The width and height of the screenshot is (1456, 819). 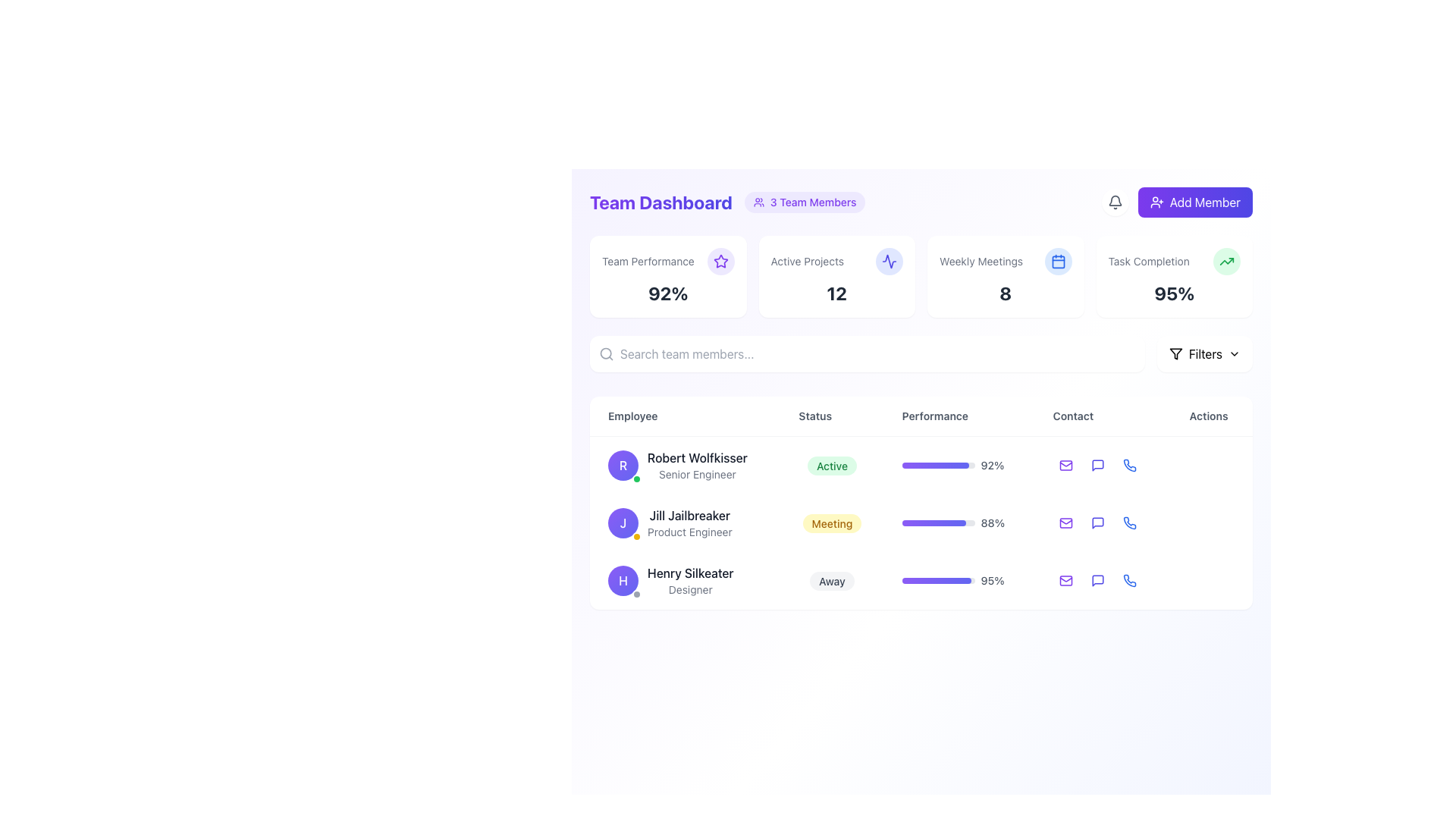 What do you see at coordinates (623, 580) in the screenshot?
I see `the circular avatar icon with a gradient background transitioning from violet to indigo, featuring a white 'H' in the center, representing 'Henry Silkeater'` at bounding box center [623, 580].